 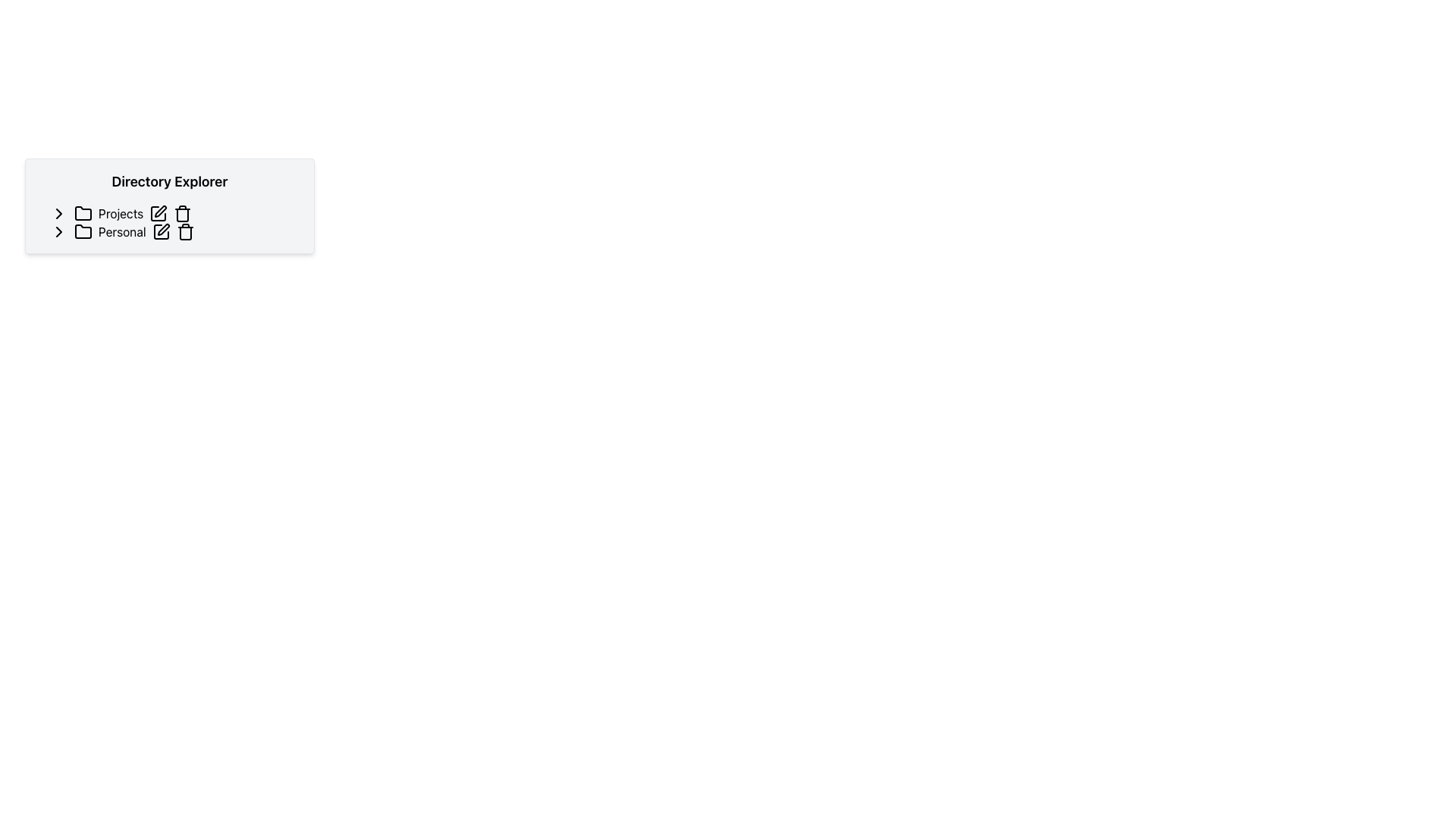 What do you see at coordinates (171, 213) in the screenshot?
I see `the group of interactive icons located to the right of the 'Projects' label in the directory explorer interface` at bounding box center [171, 213].